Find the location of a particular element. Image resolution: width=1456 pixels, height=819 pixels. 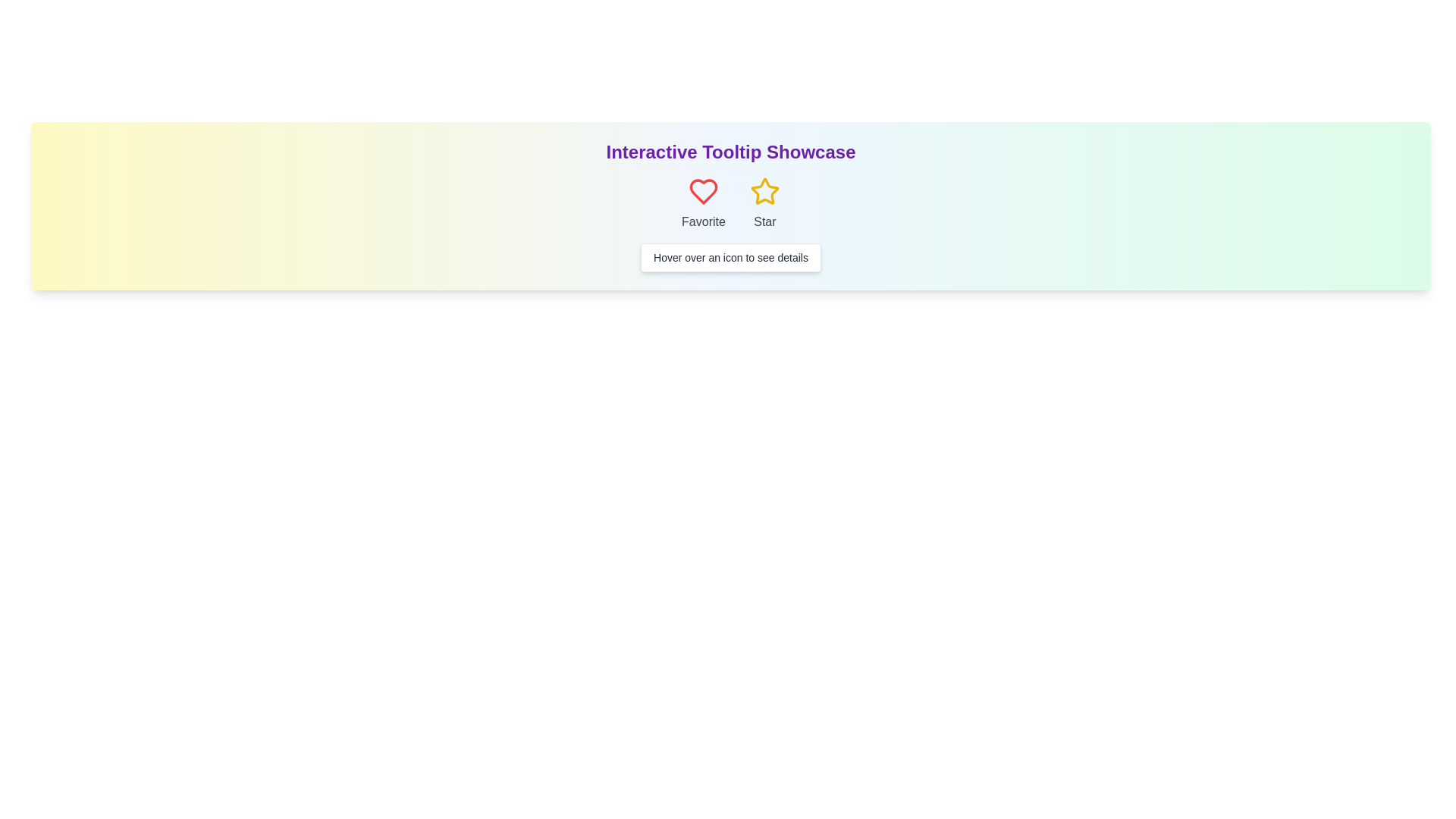

the leftmost 'Favorite' icon located beneath the title 'Interactive Tooltip Showcase' to mark an item as a favorite is located at coordinates (702, 191).